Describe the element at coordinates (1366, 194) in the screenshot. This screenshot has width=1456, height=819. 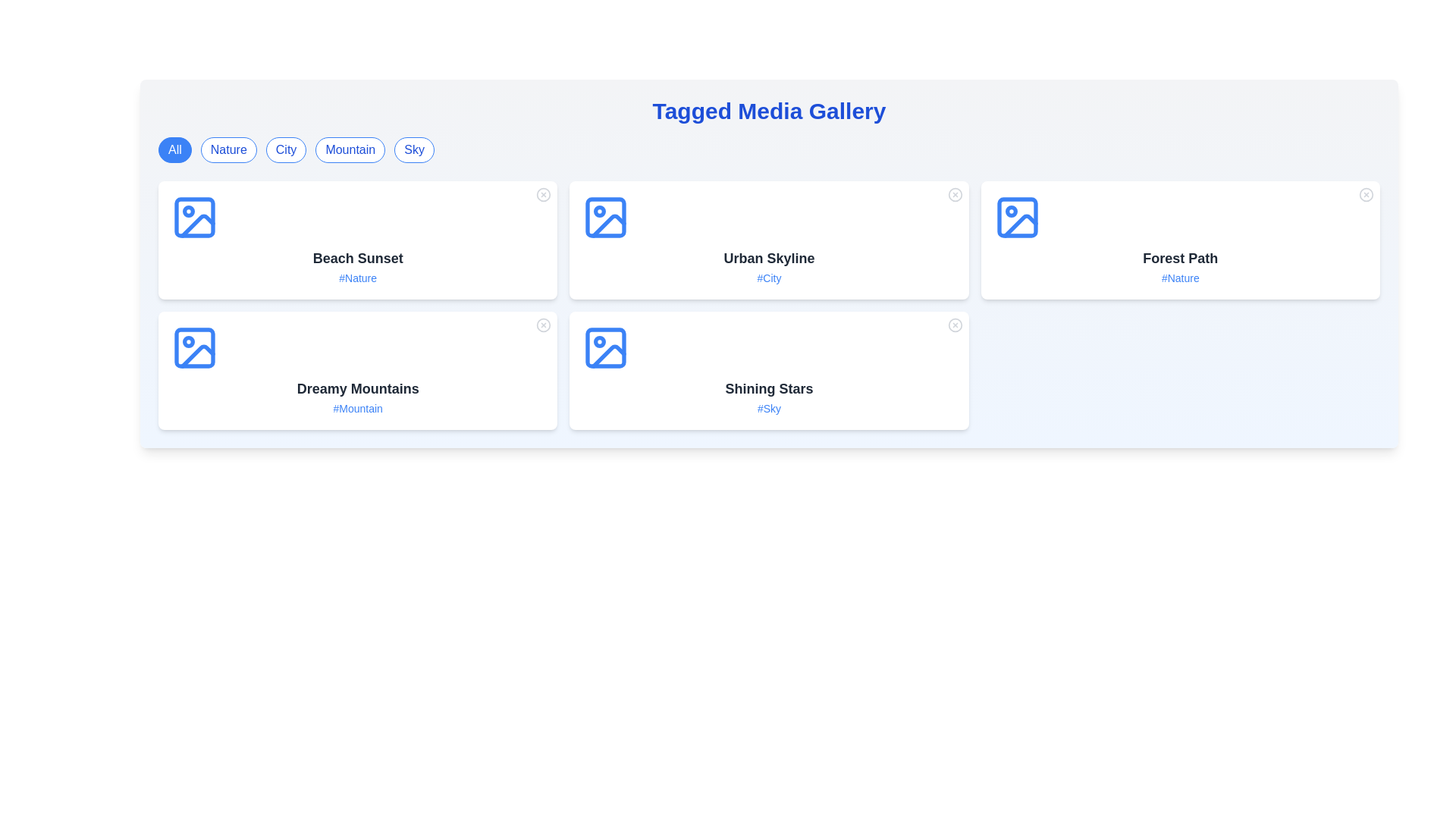
I see `the close button of a media item identified by Forest Path` at that location.